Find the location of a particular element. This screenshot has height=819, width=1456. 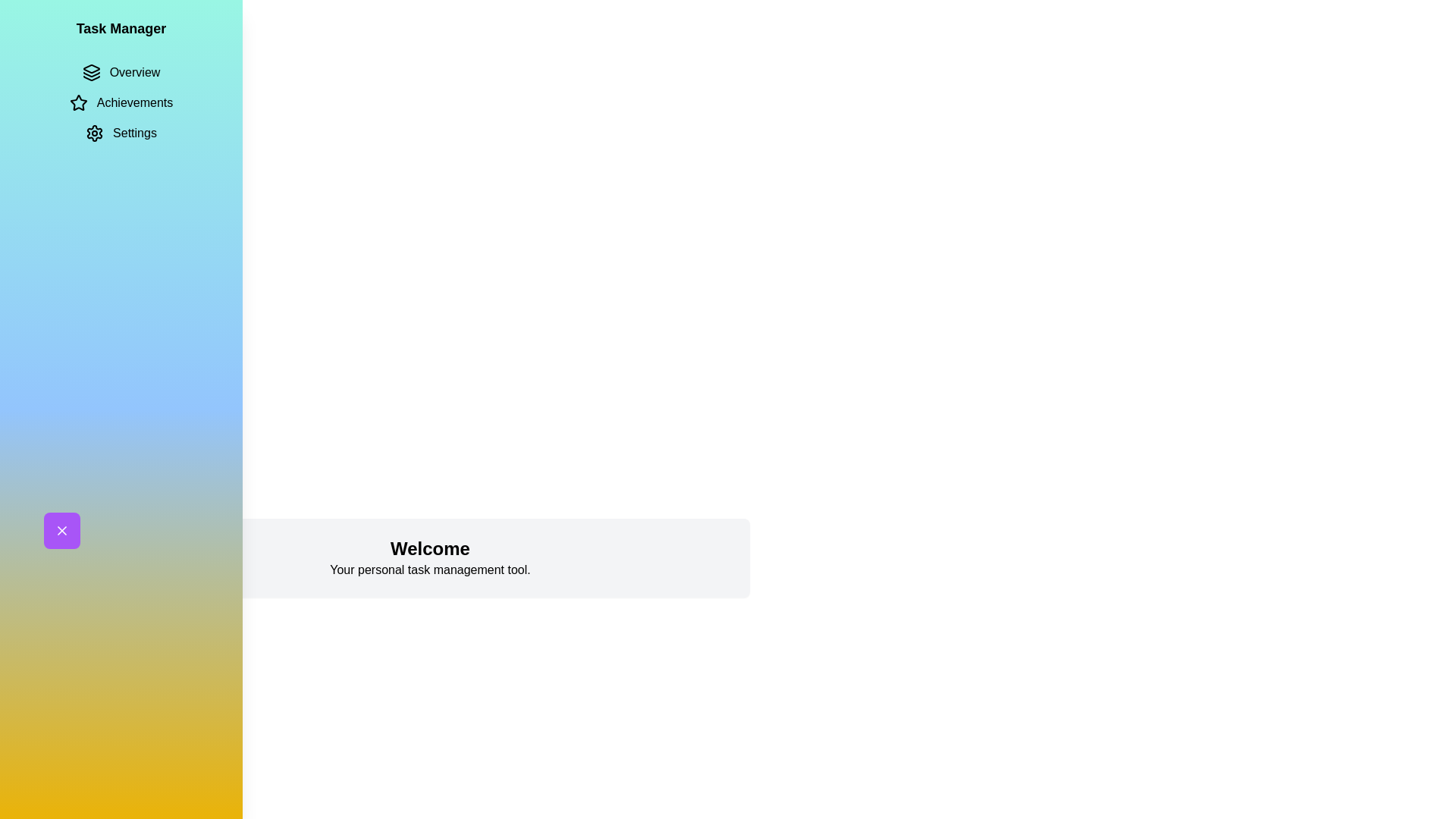

the diagonal cross icon located at the bottom-left corner of the sidebar is located at coordinates (61, 529).